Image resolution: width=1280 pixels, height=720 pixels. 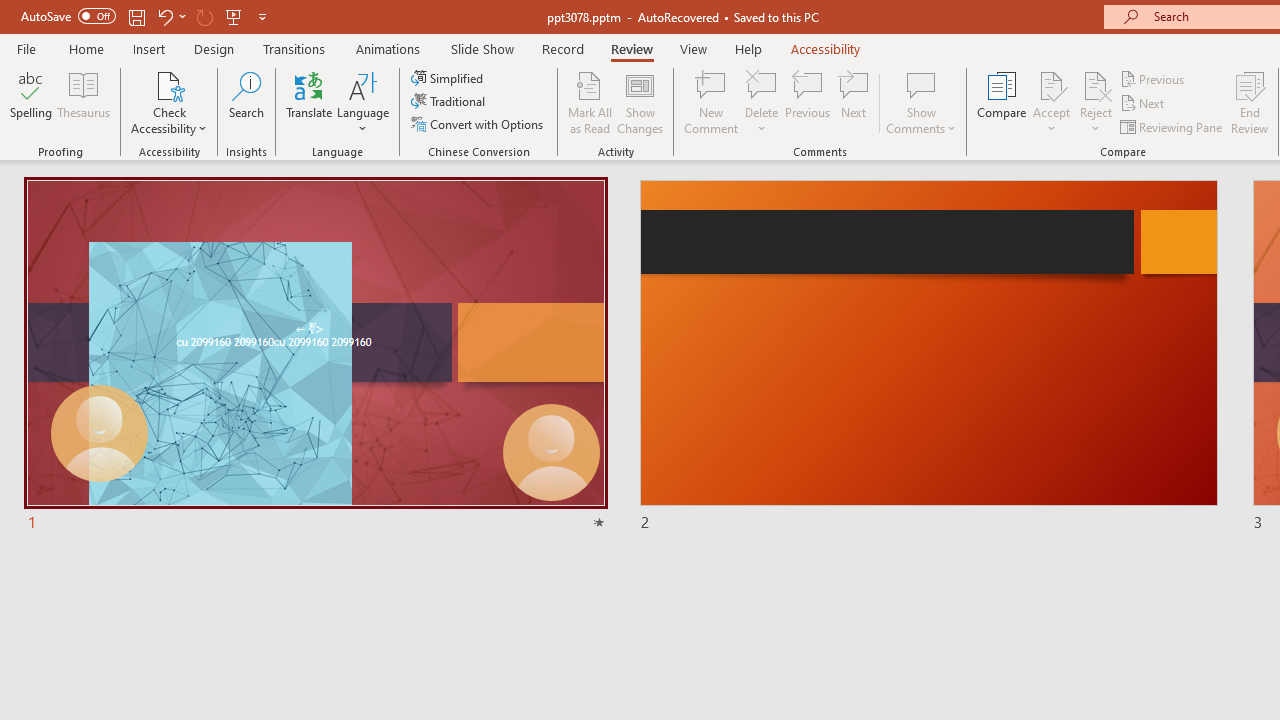 I want to click on 'Accessibility', so click(x=826, y=48).